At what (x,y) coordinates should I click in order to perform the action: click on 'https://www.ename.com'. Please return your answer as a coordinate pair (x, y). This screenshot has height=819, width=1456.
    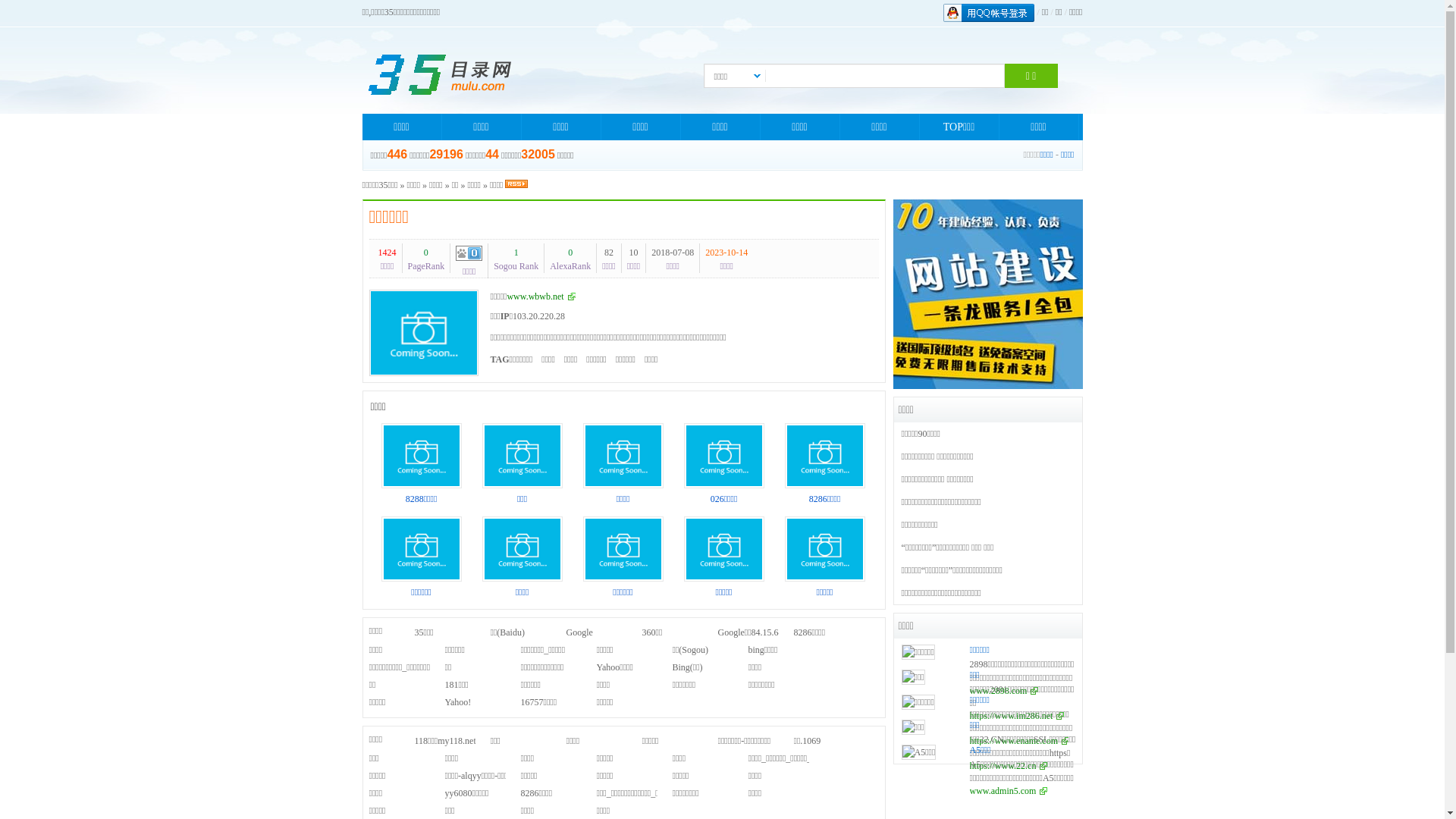
    Looking at the image, I should click on (1019, 739).